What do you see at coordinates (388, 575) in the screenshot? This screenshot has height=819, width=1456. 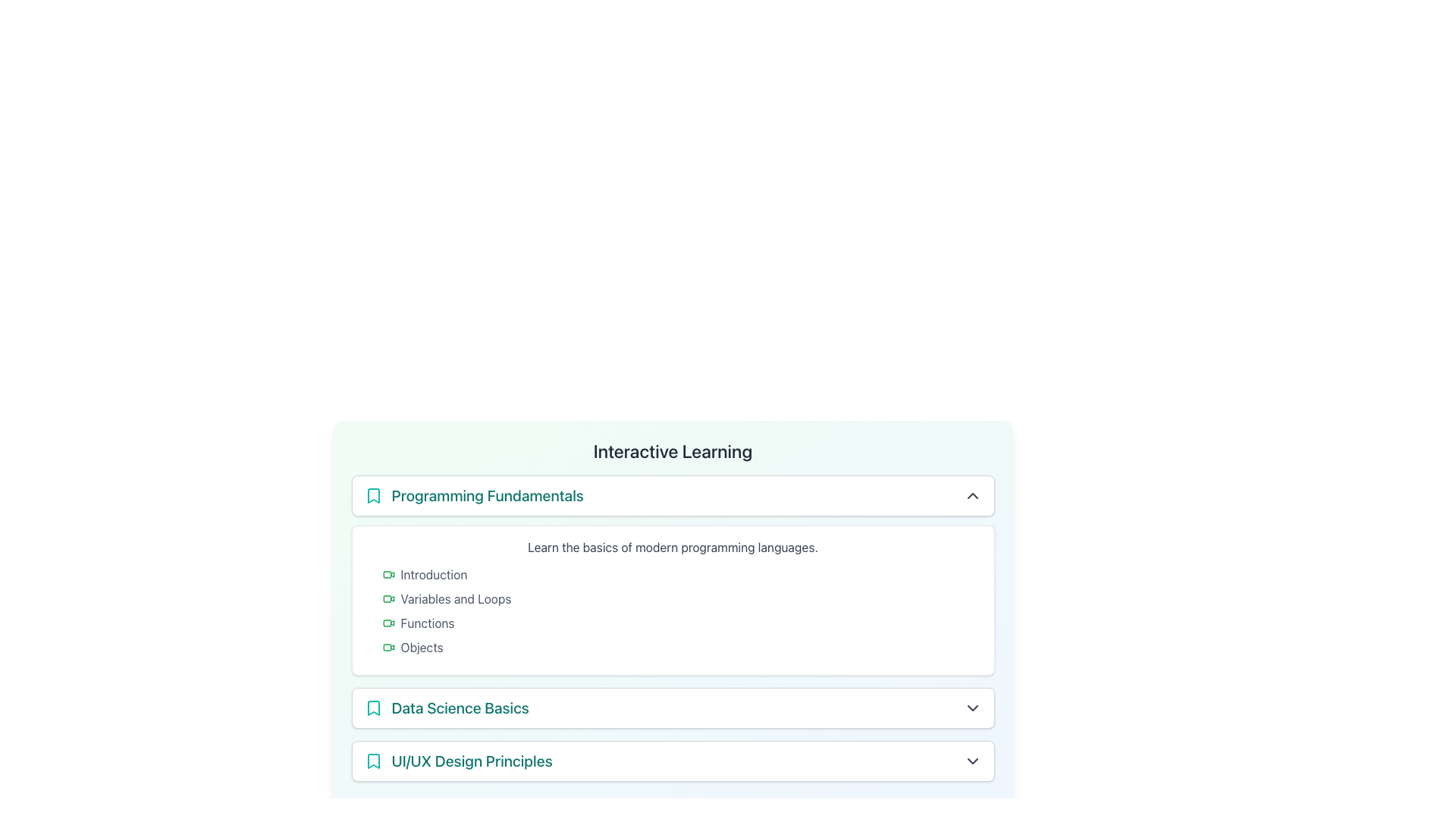 I see `the video resource icon associated with the 'Introduction' entry in the 'Programming Fundamentals' section` at bounding box center [388, 575].